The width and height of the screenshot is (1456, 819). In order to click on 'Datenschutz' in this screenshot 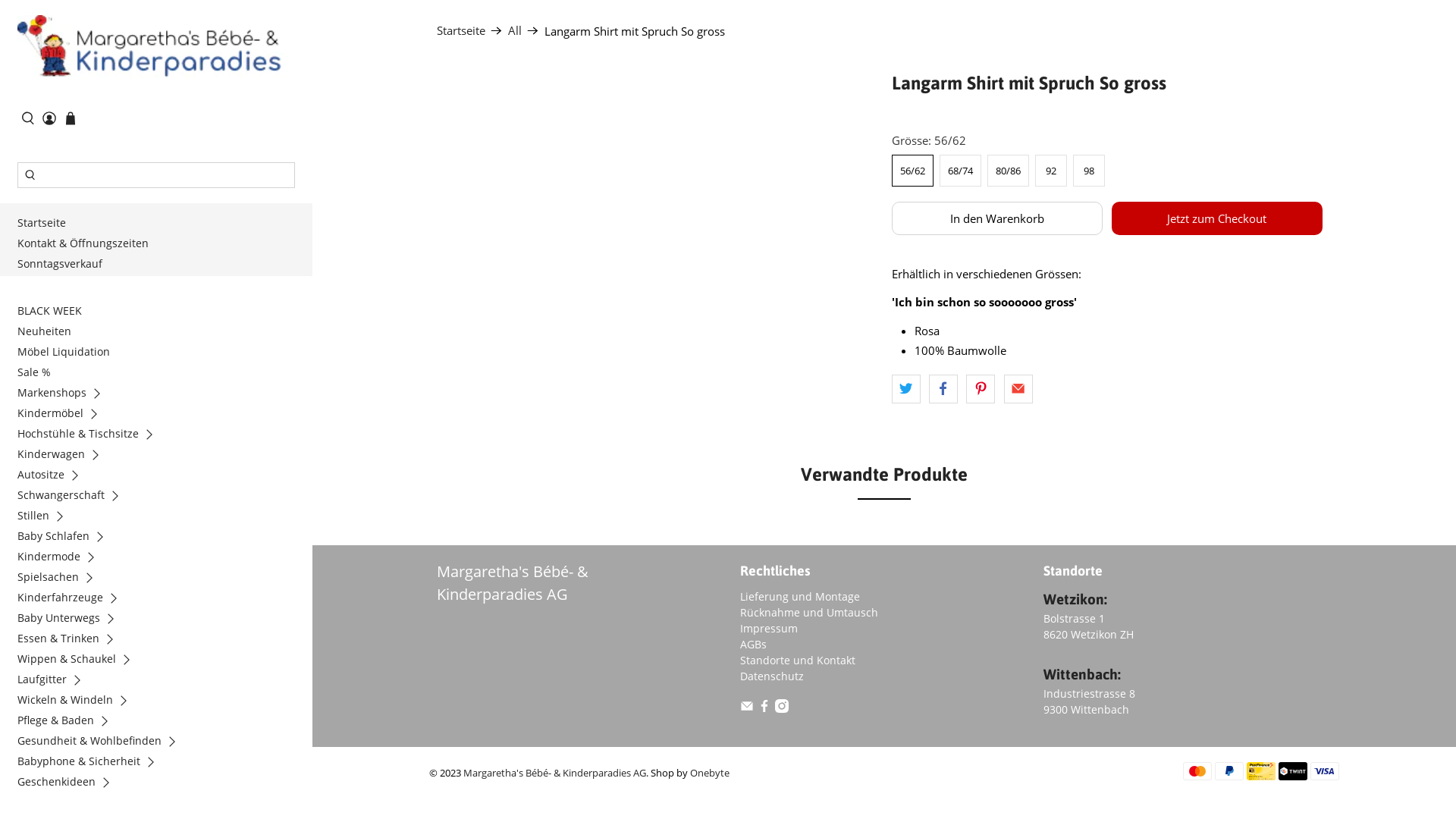, I will do `click(771, 675)`.